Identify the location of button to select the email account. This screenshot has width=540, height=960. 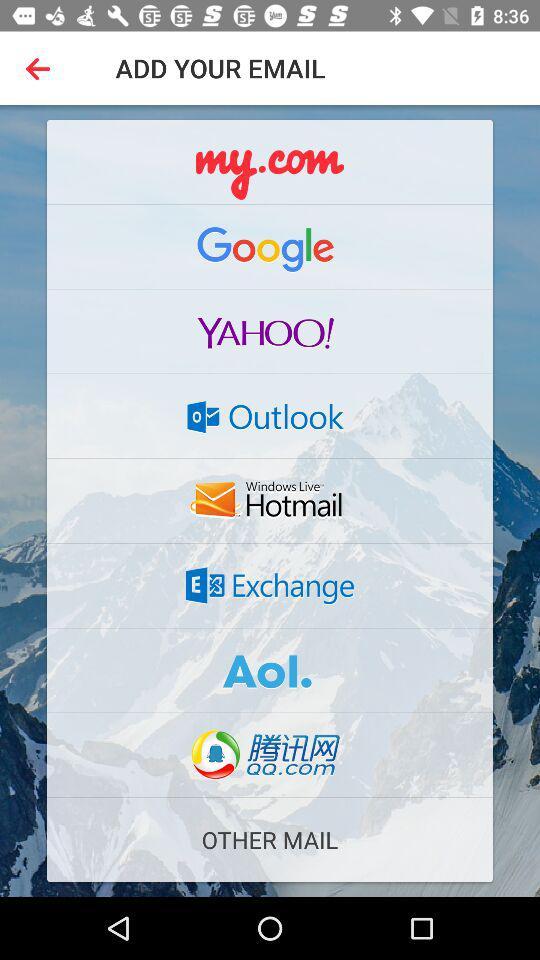
(270, 500).